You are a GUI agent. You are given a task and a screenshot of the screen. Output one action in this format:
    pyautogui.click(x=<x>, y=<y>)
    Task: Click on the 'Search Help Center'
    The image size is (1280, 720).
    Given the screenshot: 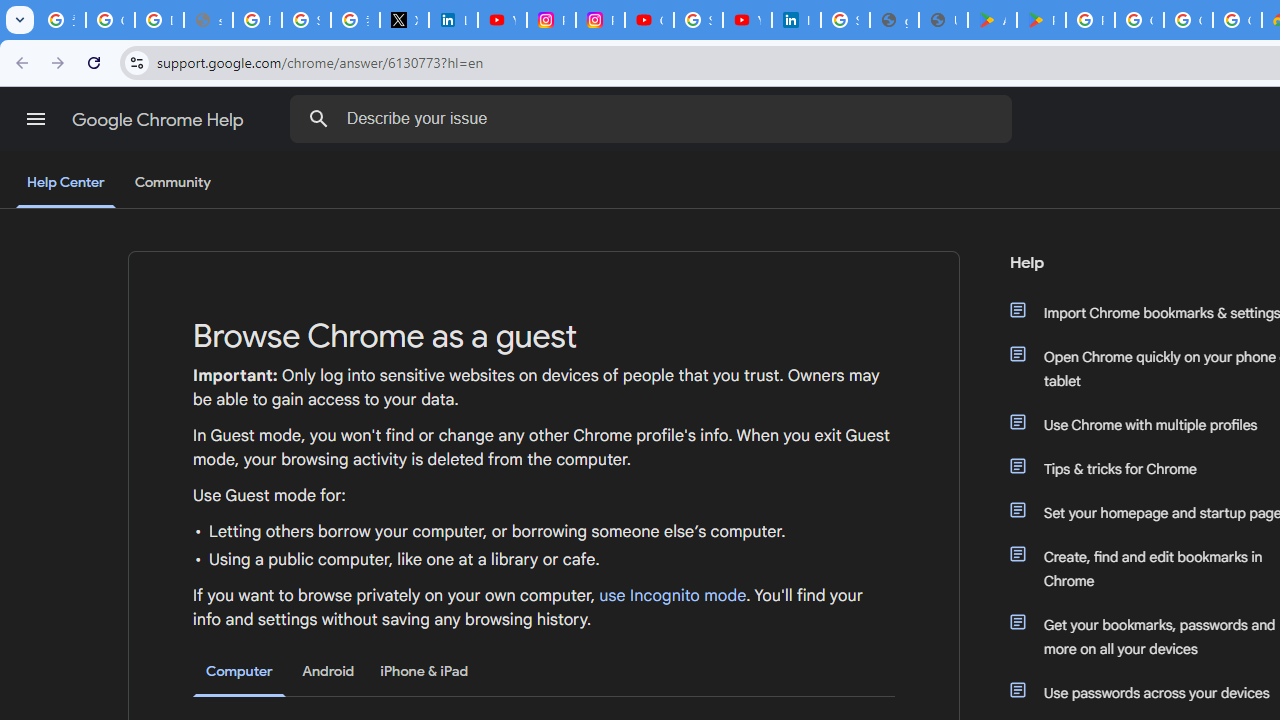 What is the action you would take?
    pyautogui.click(x=317, y=118)
    